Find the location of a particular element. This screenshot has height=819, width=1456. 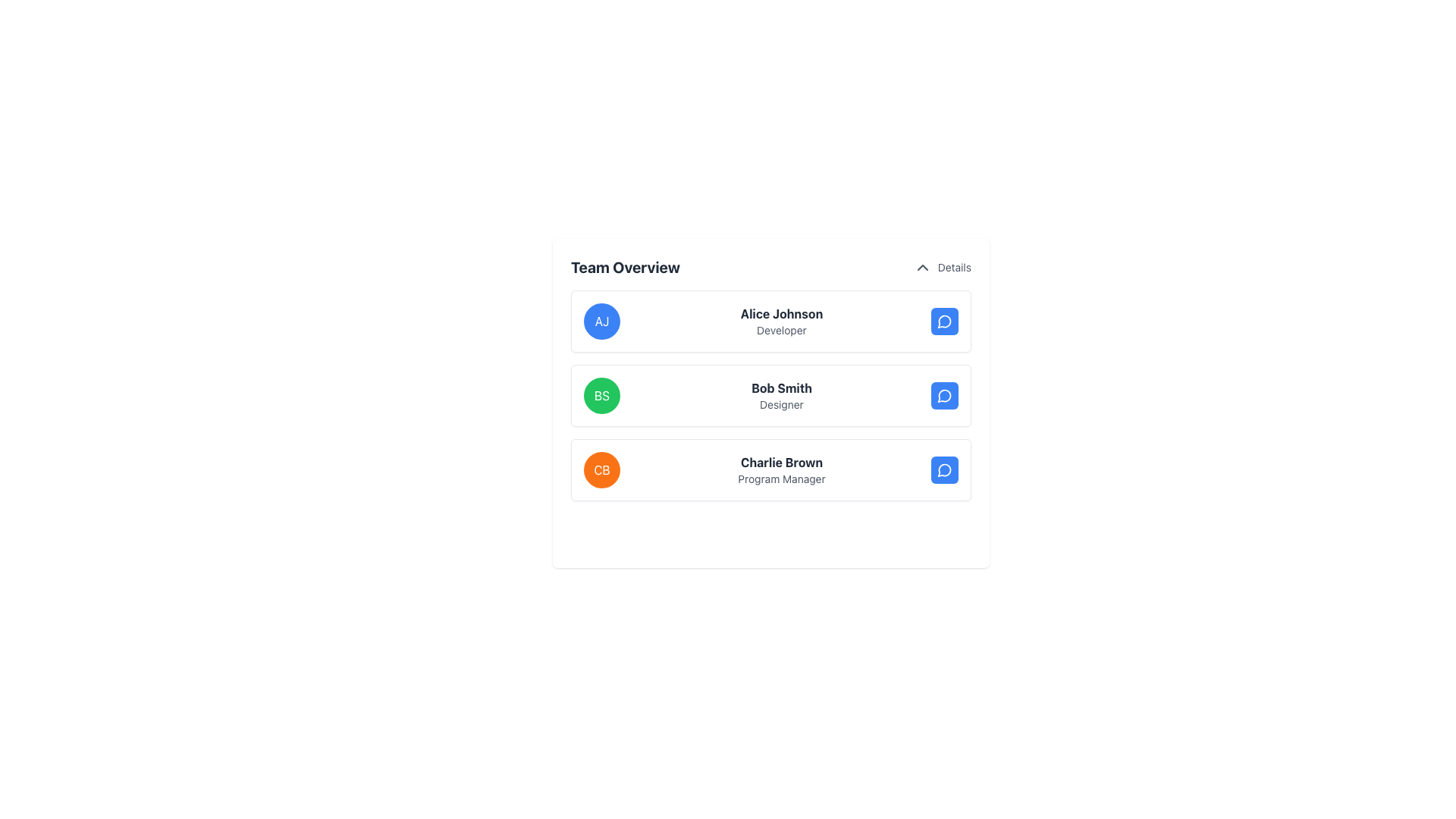

the name 'Bob Smith' in the second item of the team member list is located at coordinates (771, 394).